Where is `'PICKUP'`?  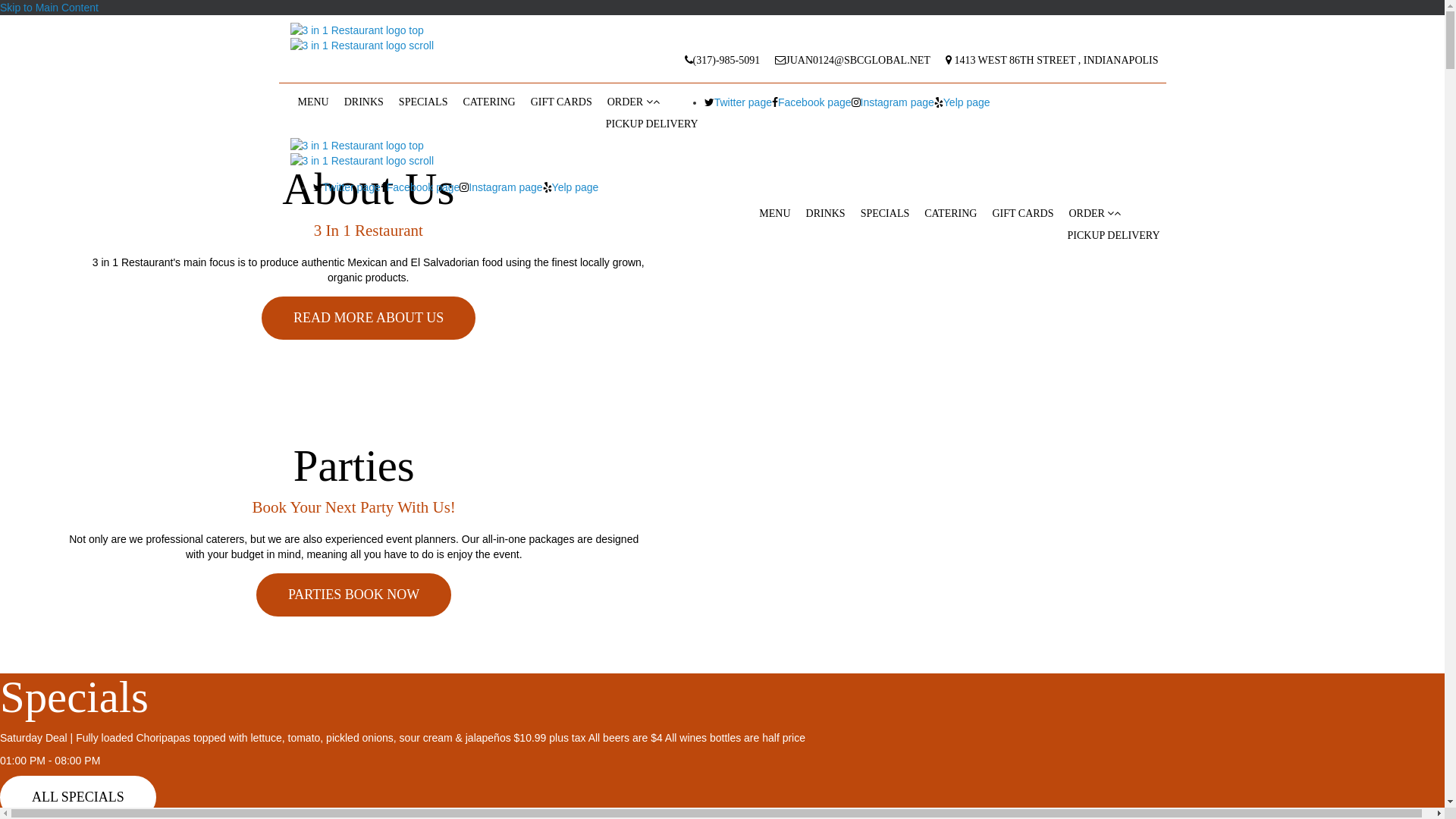 'PICKUP' is located at coordinates (626, 123).